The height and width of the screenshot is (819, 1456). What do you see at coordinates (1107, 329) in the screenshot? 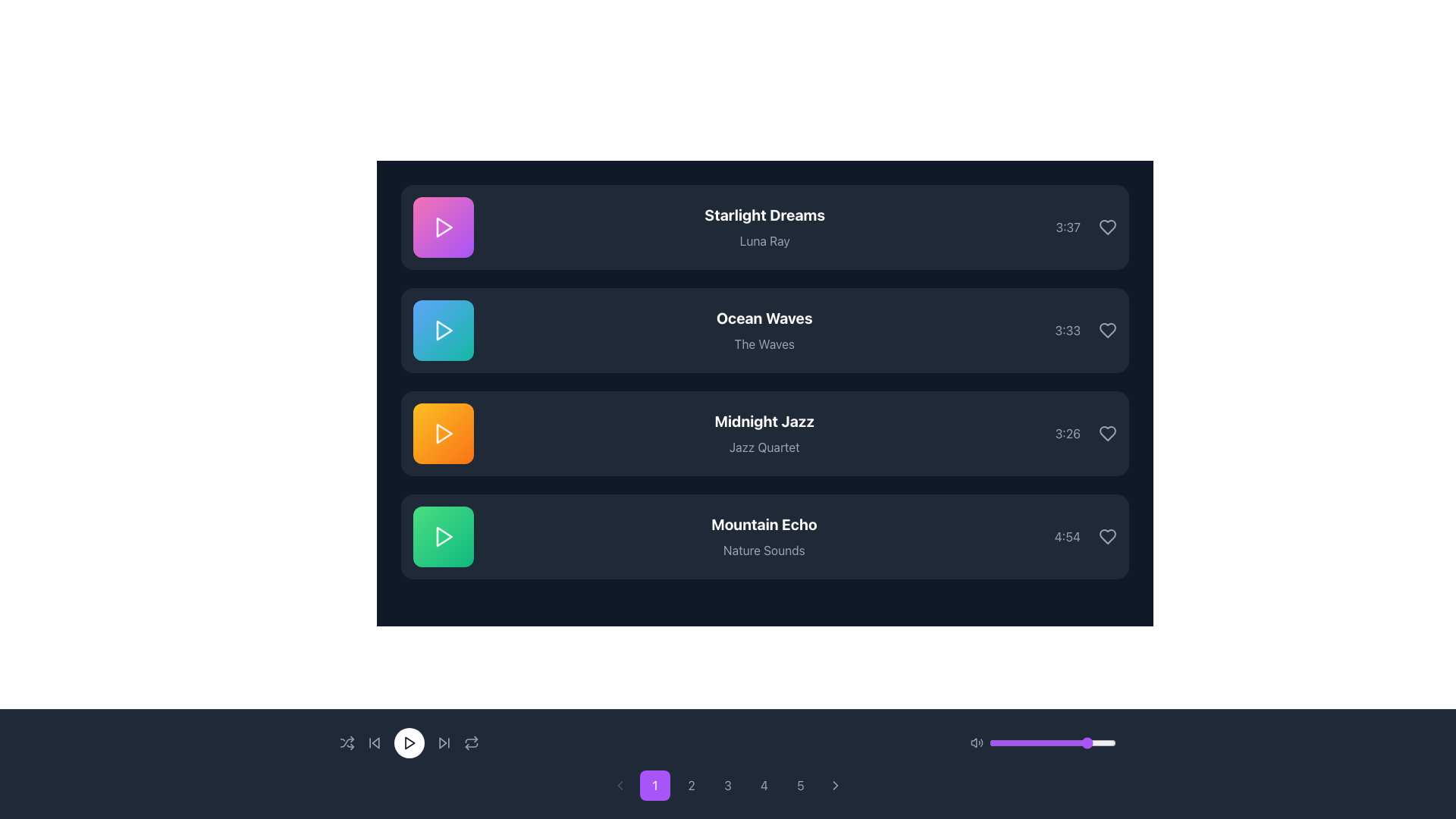
I see `the heart-shaped icon button outlined in light gray, located to the right of the 'Ocean Waves' track title and its duration '3:33', to observe styling changes` at bounding box center [1107, 329].